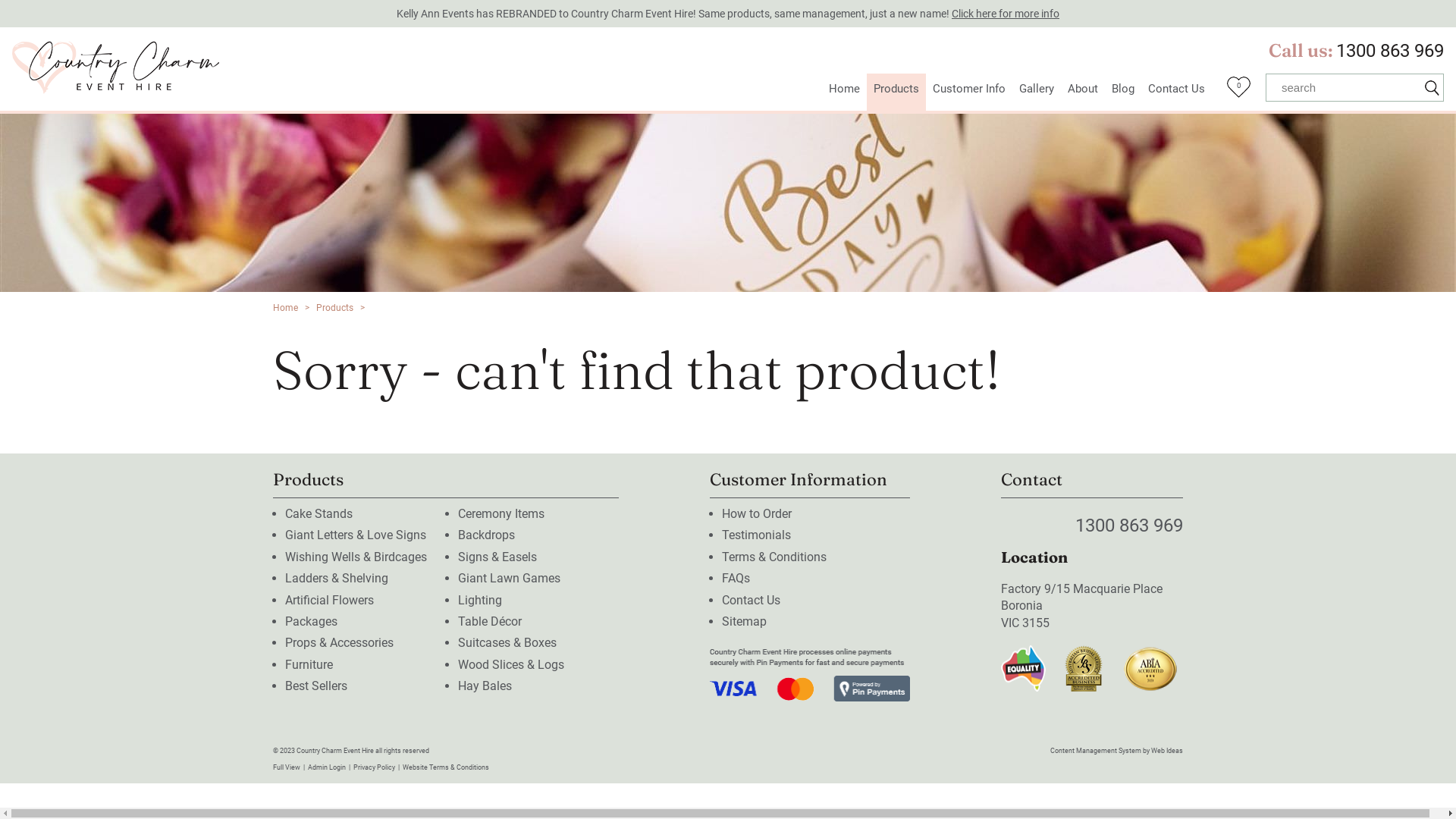 This screenshot has height=819, width=1456. I want to click on 'Contact Us', so click(751, 599).